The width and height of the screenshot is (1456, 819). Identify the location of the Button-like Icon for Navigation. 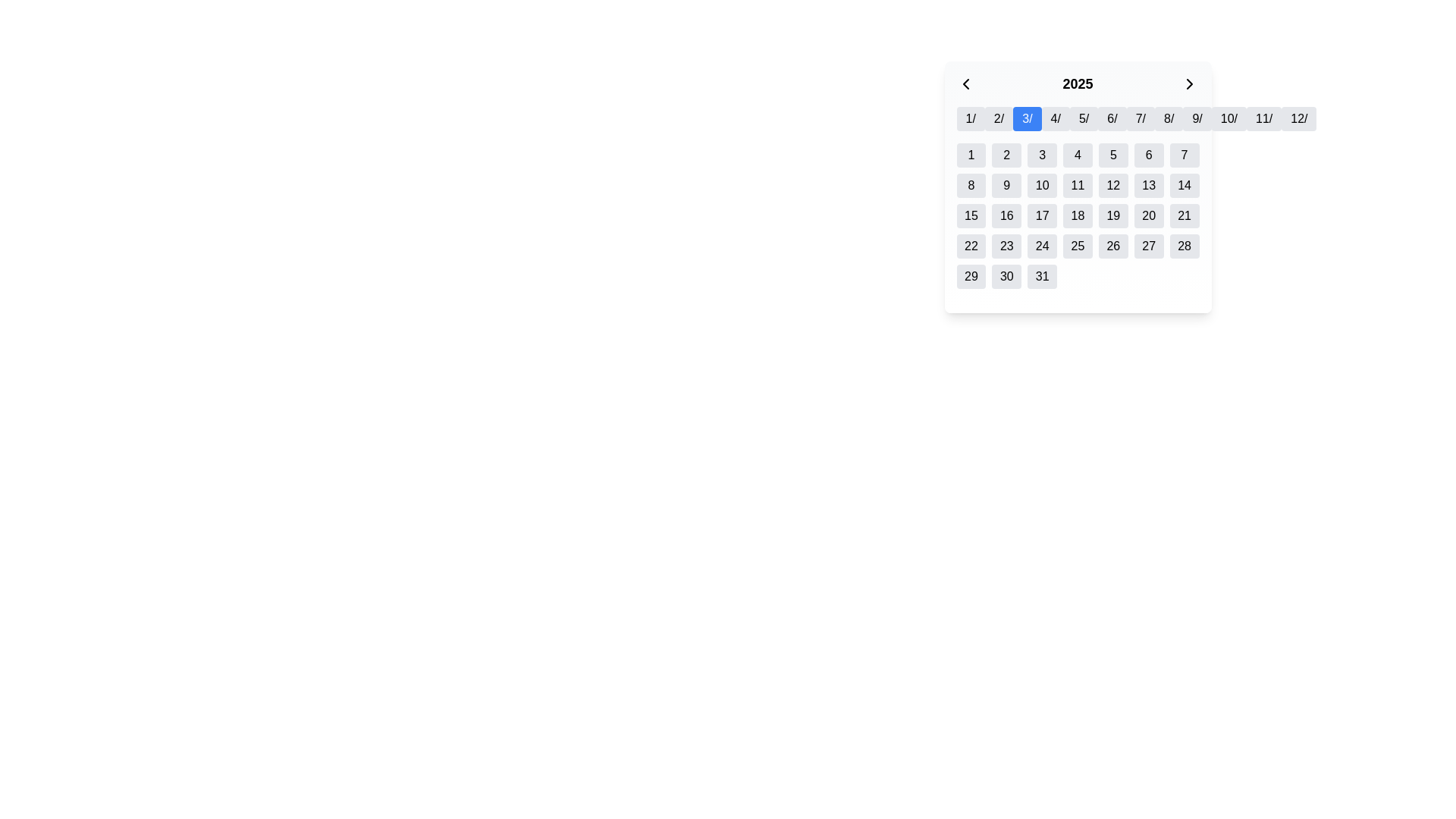
(1189, 84).